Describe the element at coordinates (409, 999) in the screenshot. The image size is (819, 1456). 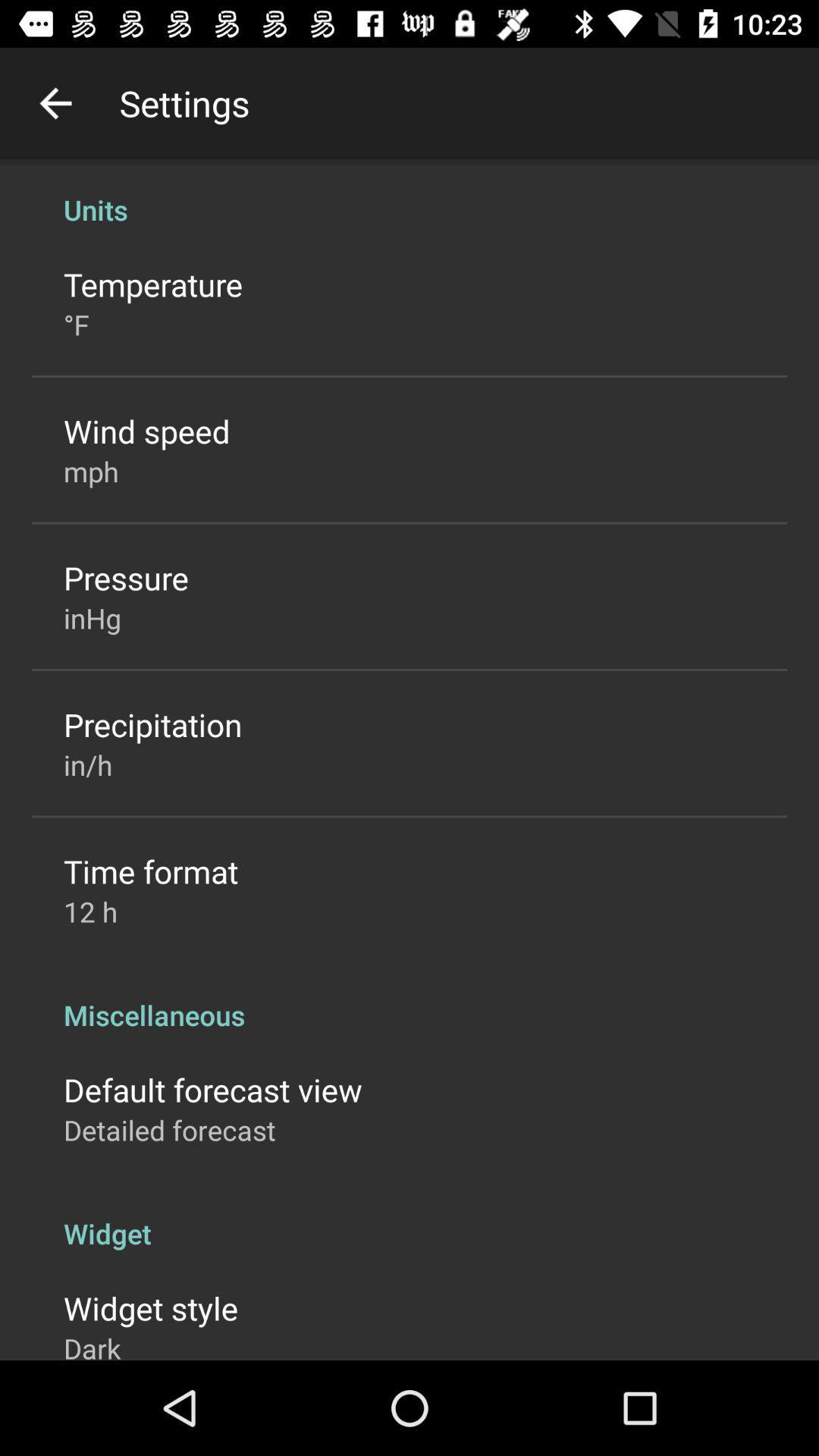
I see `item above default forecast view item` at that location.